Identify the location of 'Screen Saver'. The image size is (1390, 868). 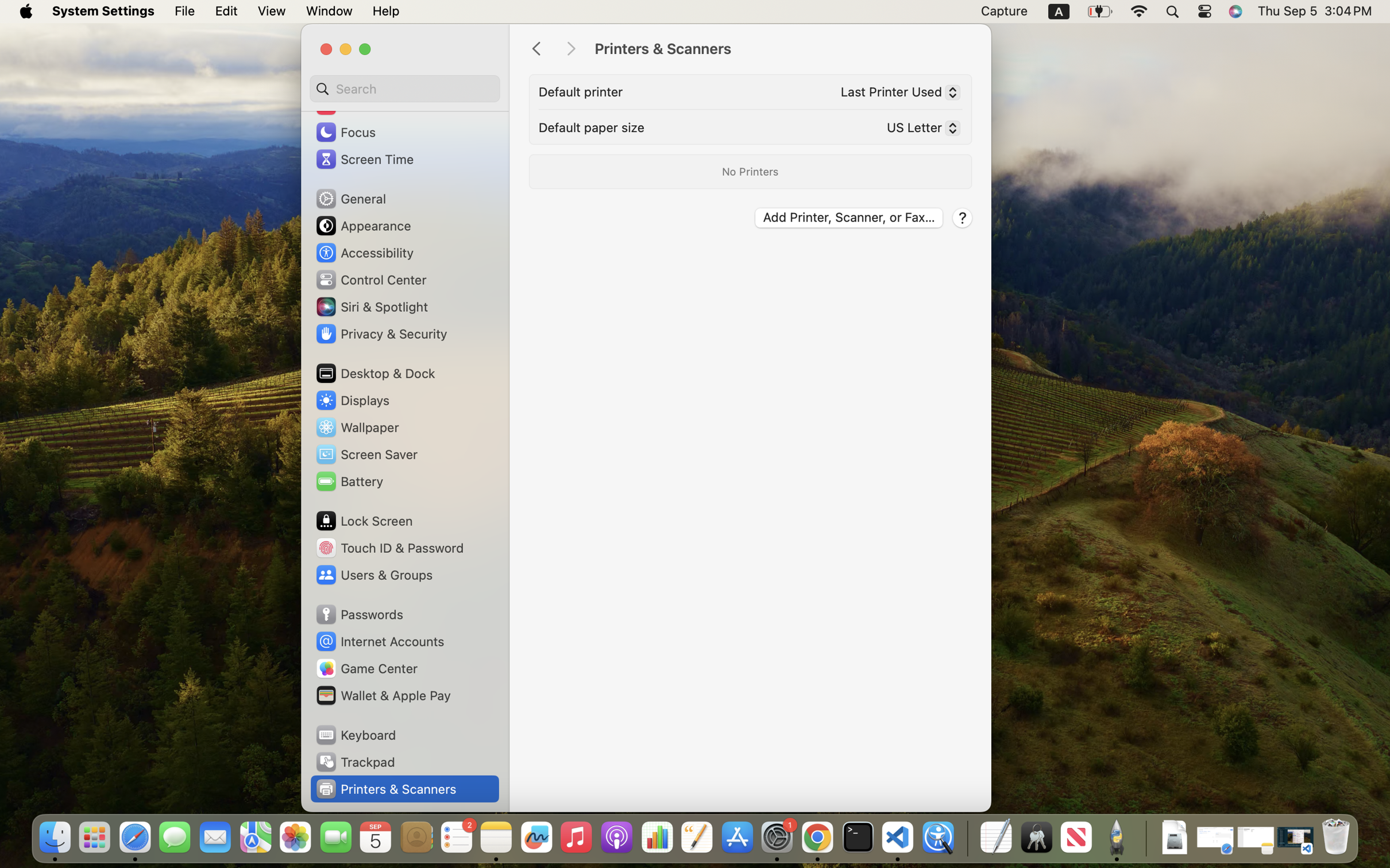
(366, 454).